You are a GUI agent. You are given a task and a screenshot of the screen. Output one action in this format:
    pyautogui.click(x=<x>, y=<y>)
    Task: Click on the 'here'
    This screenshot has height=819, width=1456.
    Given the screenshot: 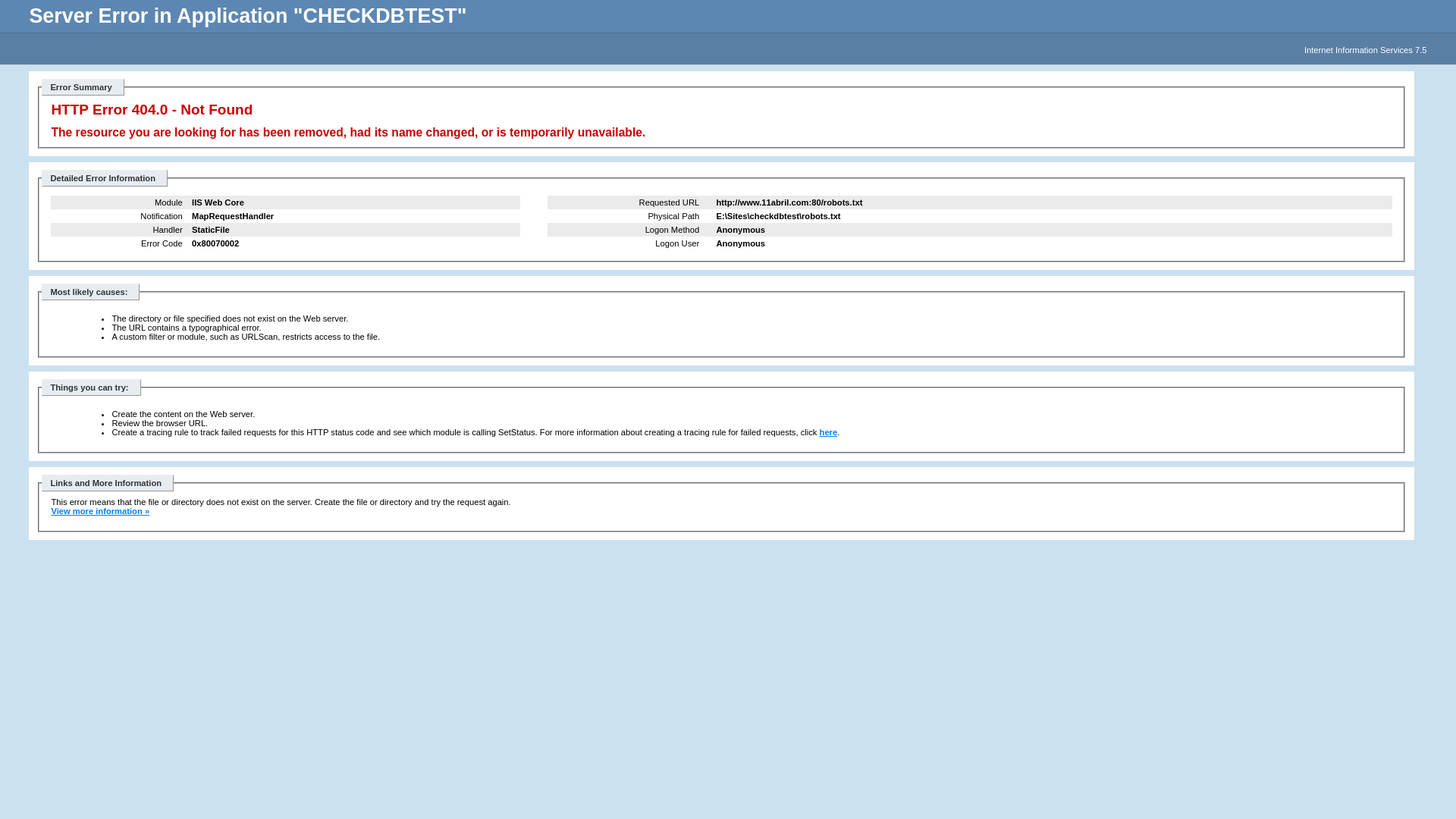 What is the action you would take?
    pyautogui.click(x=828, y=432)
    